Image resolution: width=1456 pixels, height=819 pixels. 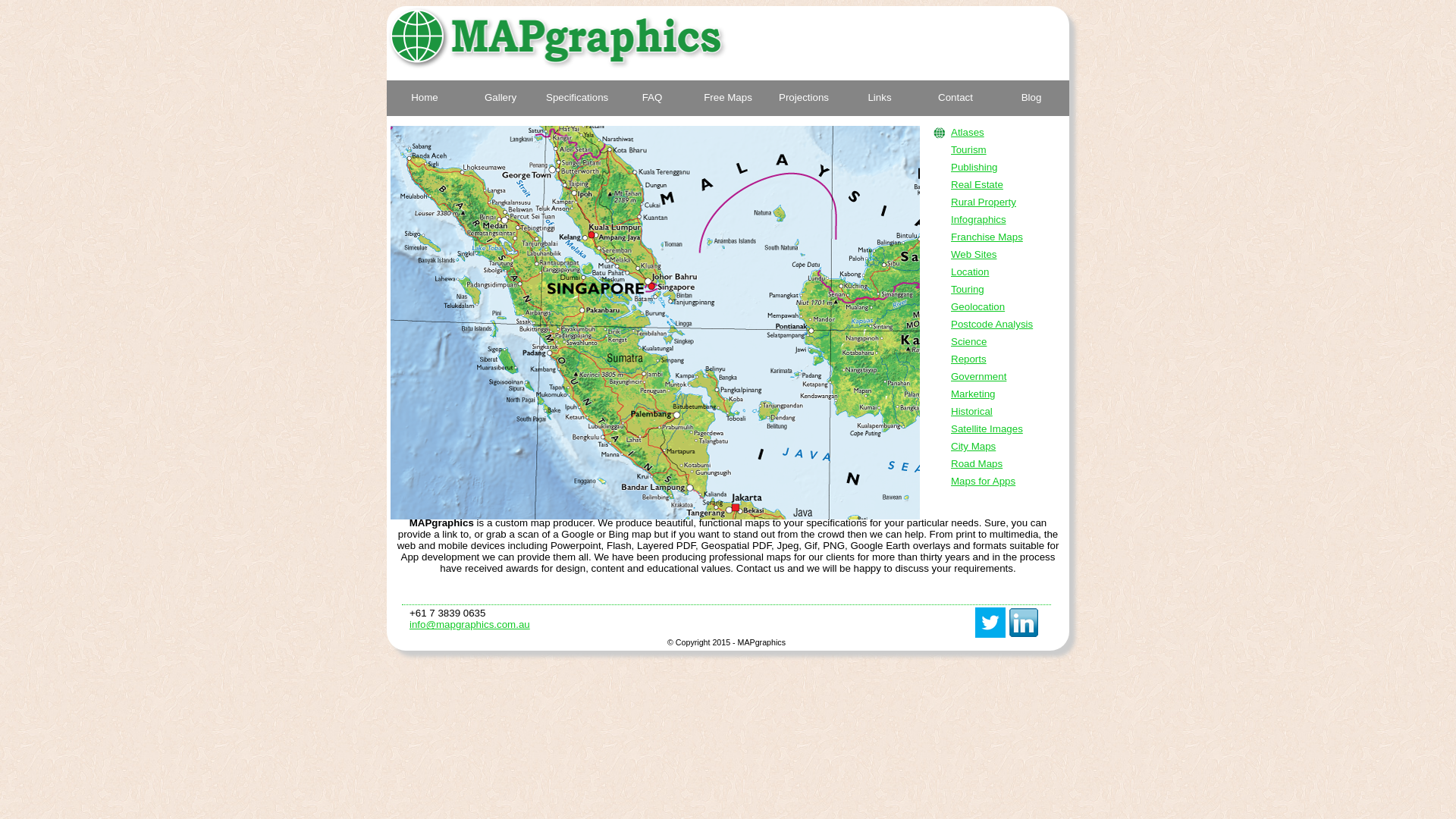 What do you see at coordinates (1031, 98) in the screenshot?
I see `'Blog'` at bounding box center [1031, 98].